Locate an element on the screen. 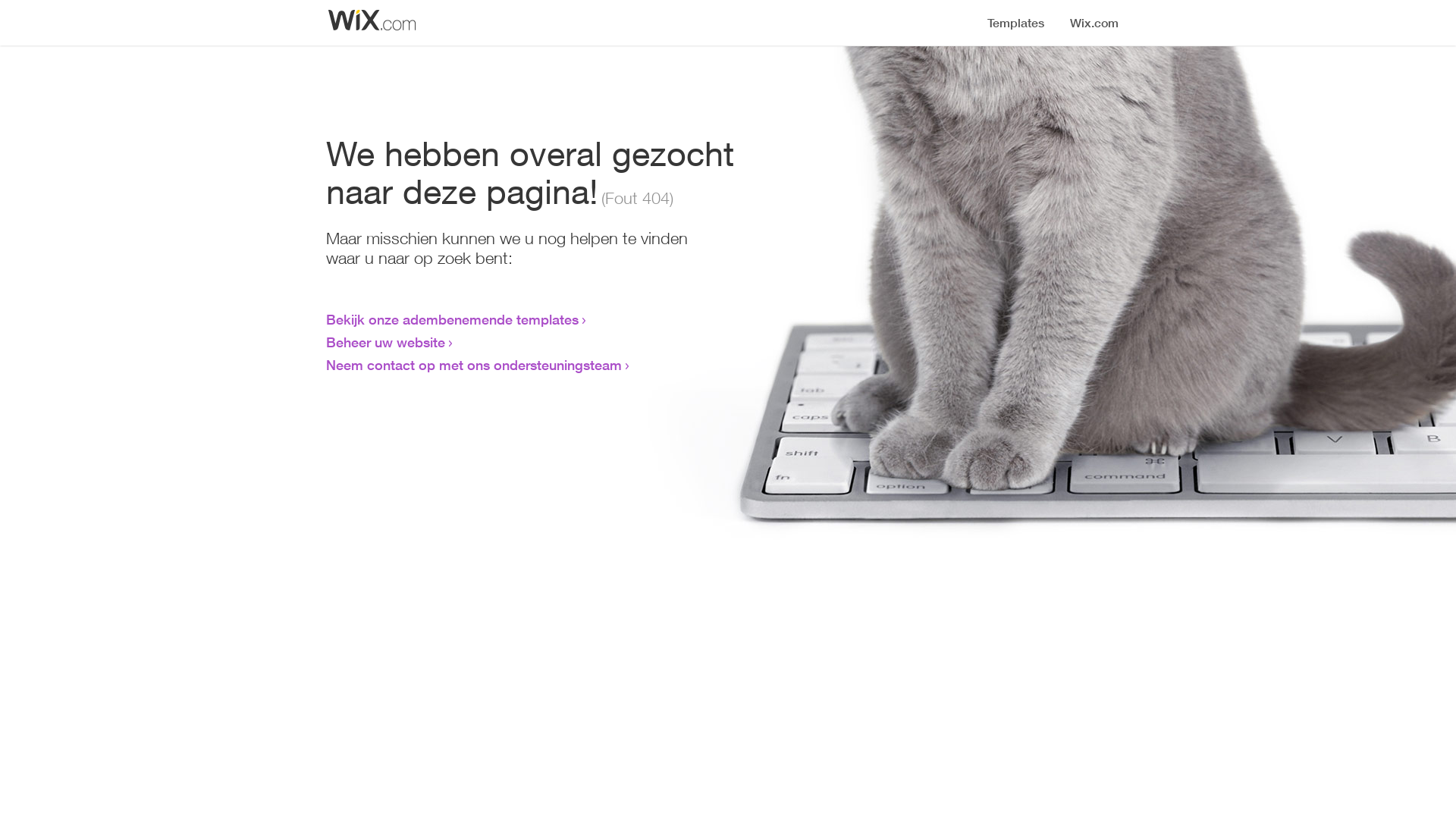 The image size is (1456, 819). 'Neem contact op met ons ondersteuningsteam' is located at coordinates (325, 365).